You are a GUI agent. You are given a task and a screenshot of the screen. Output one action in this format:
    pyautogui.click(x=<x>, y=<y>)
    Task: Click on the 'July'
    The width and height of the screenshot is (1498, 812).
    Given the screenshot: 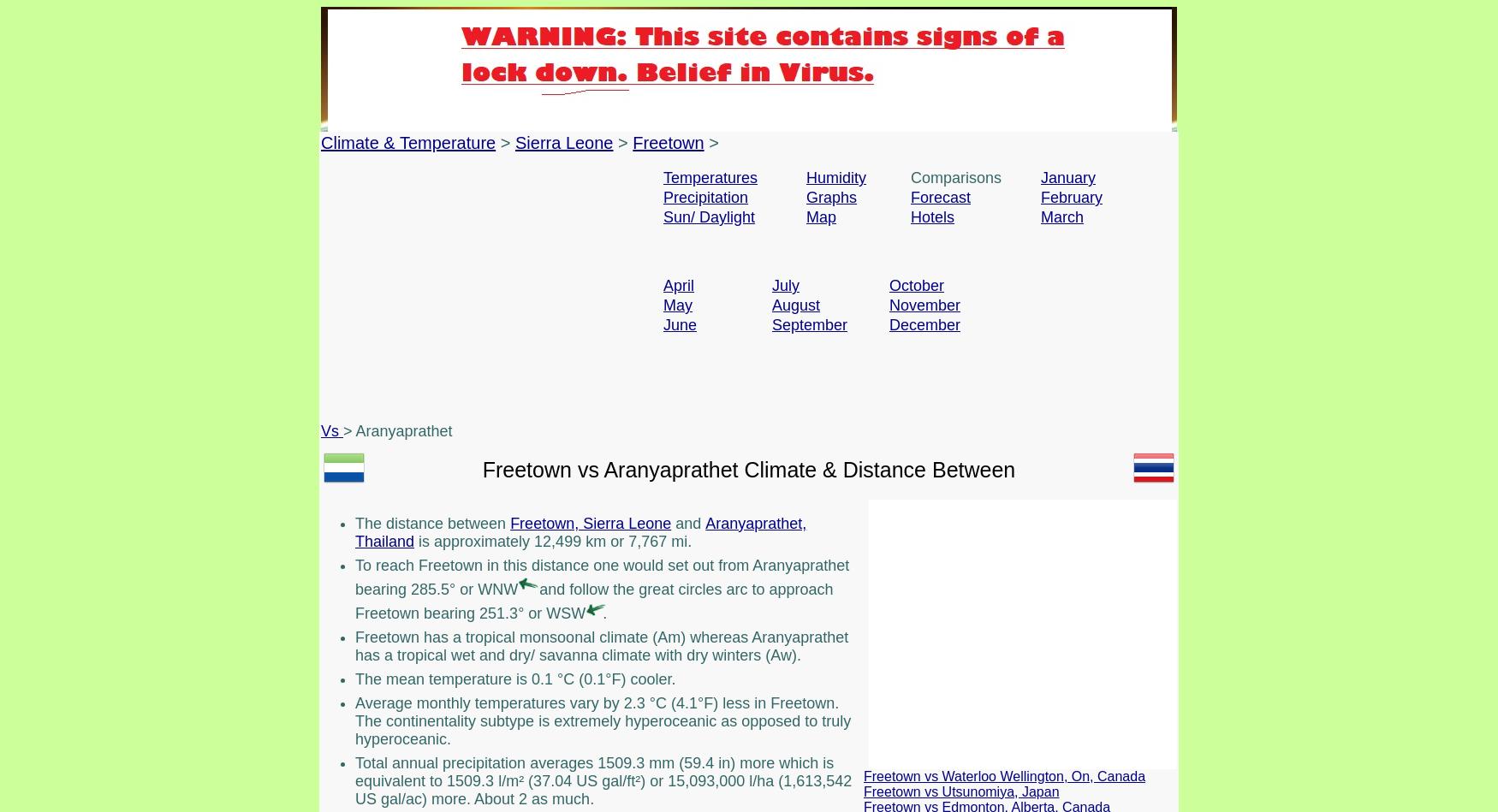 What is the action you would take?
    pyautogui.click(x=785, y=285)
    